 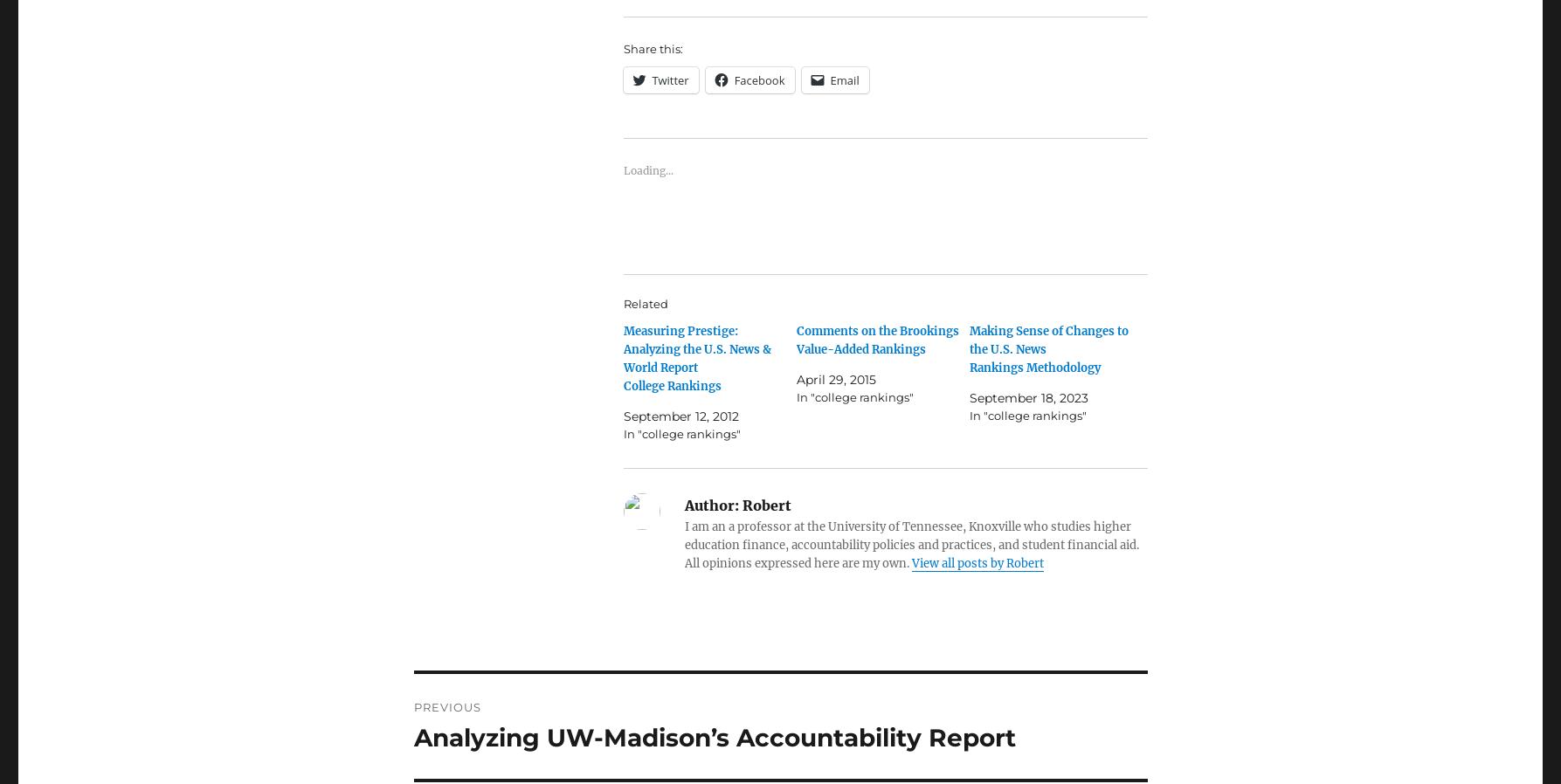 What do you see at coordinates (734, 79) in the screenshot?
I see `'Facebook'` at bounding box center [734, 79].